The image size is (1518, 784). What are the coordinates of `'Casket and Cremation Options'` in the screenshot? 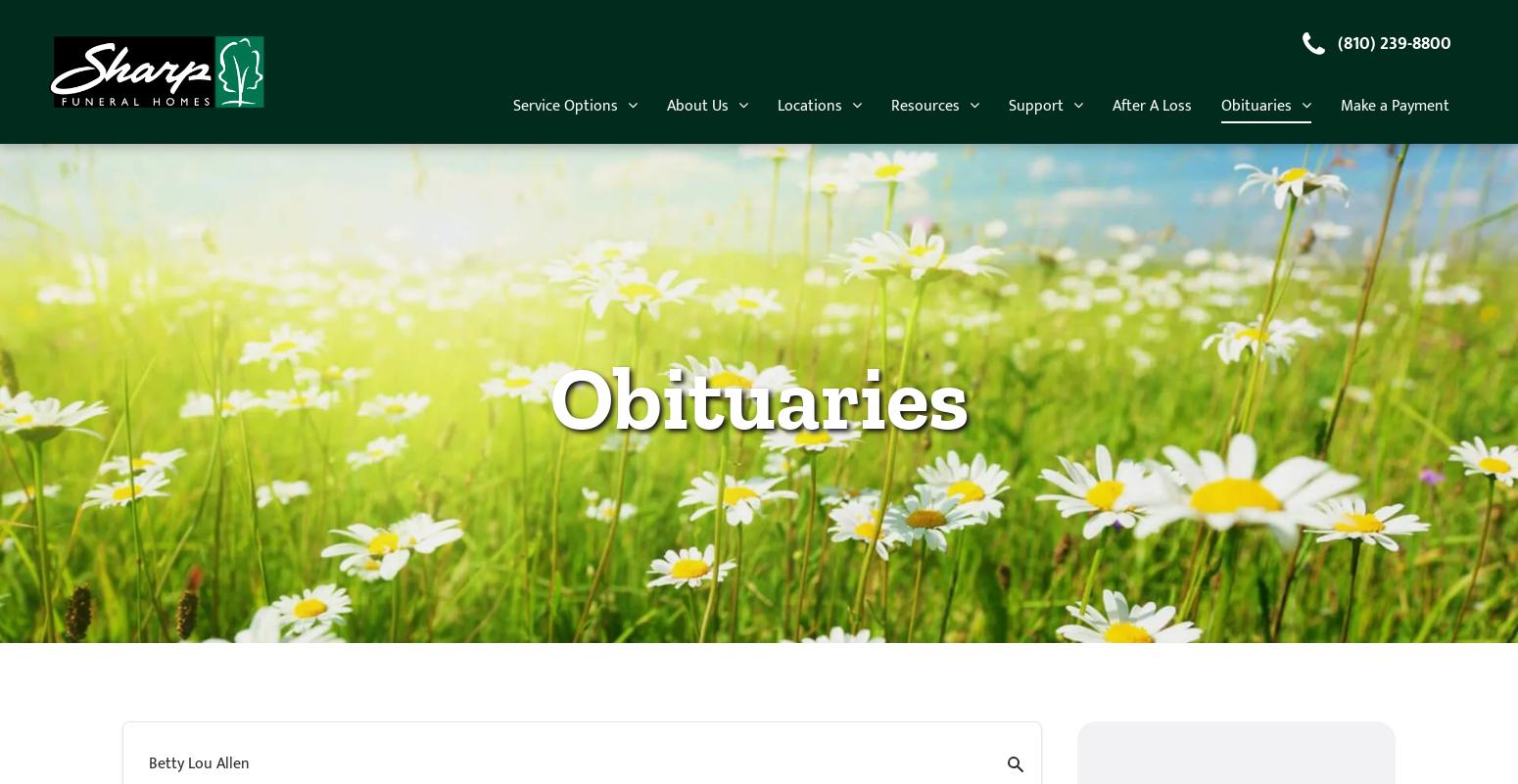 It's located at (780, 137).